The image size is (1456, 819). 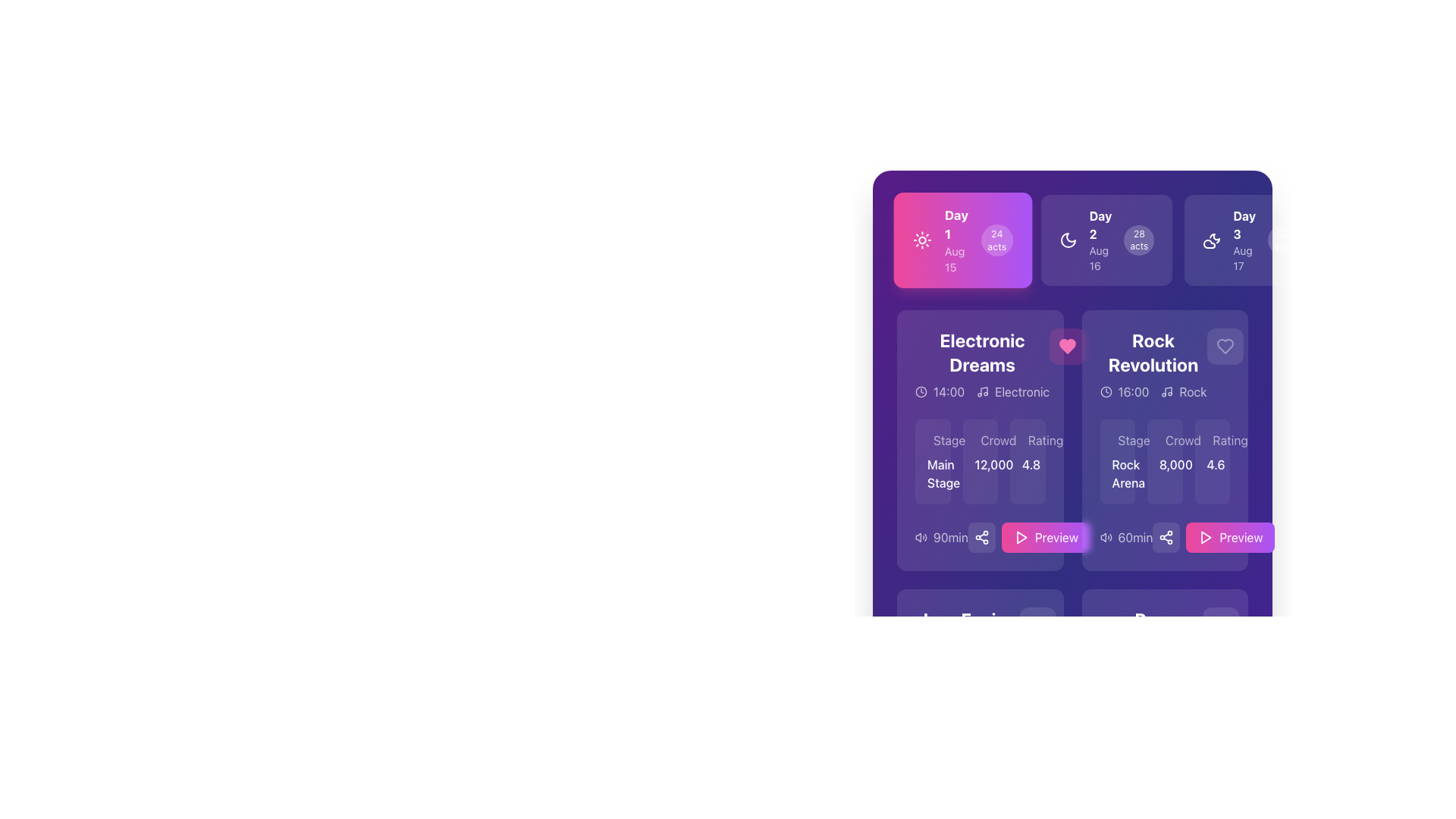 What do you see at coordinates (1206, 537) in the screenshot?
I see `the triangular pink play button icon located at the bottom of the 'Rock Revolution' card by` at bounding box center [1206, 537].